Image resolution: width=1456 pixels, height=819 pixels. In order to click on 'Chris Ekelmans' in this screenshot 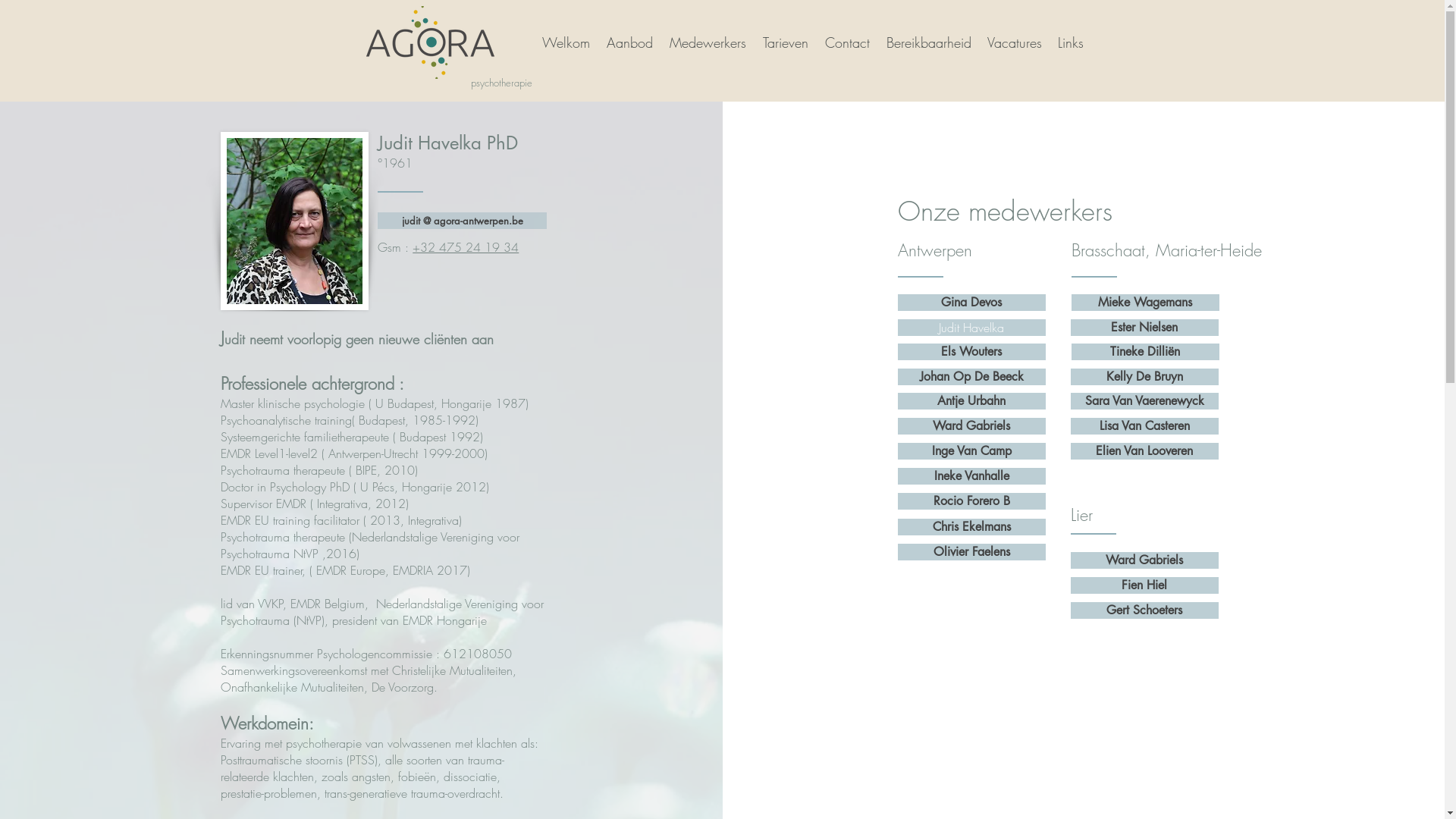, I will do `click(898, 526)`.